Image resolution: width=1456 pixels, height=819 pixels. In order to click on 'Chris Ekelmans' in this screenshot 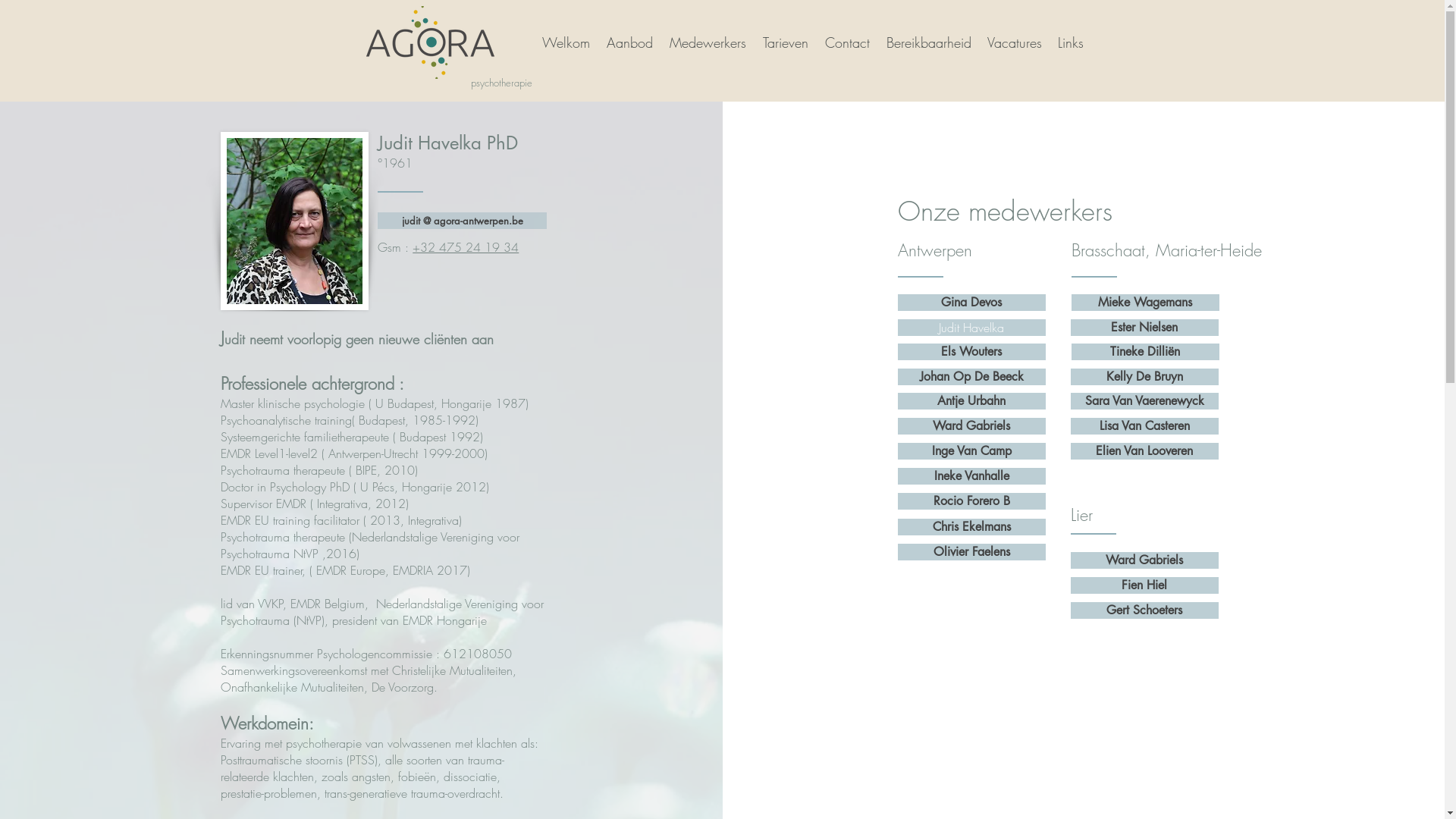, I will do `click(898, 526)`.